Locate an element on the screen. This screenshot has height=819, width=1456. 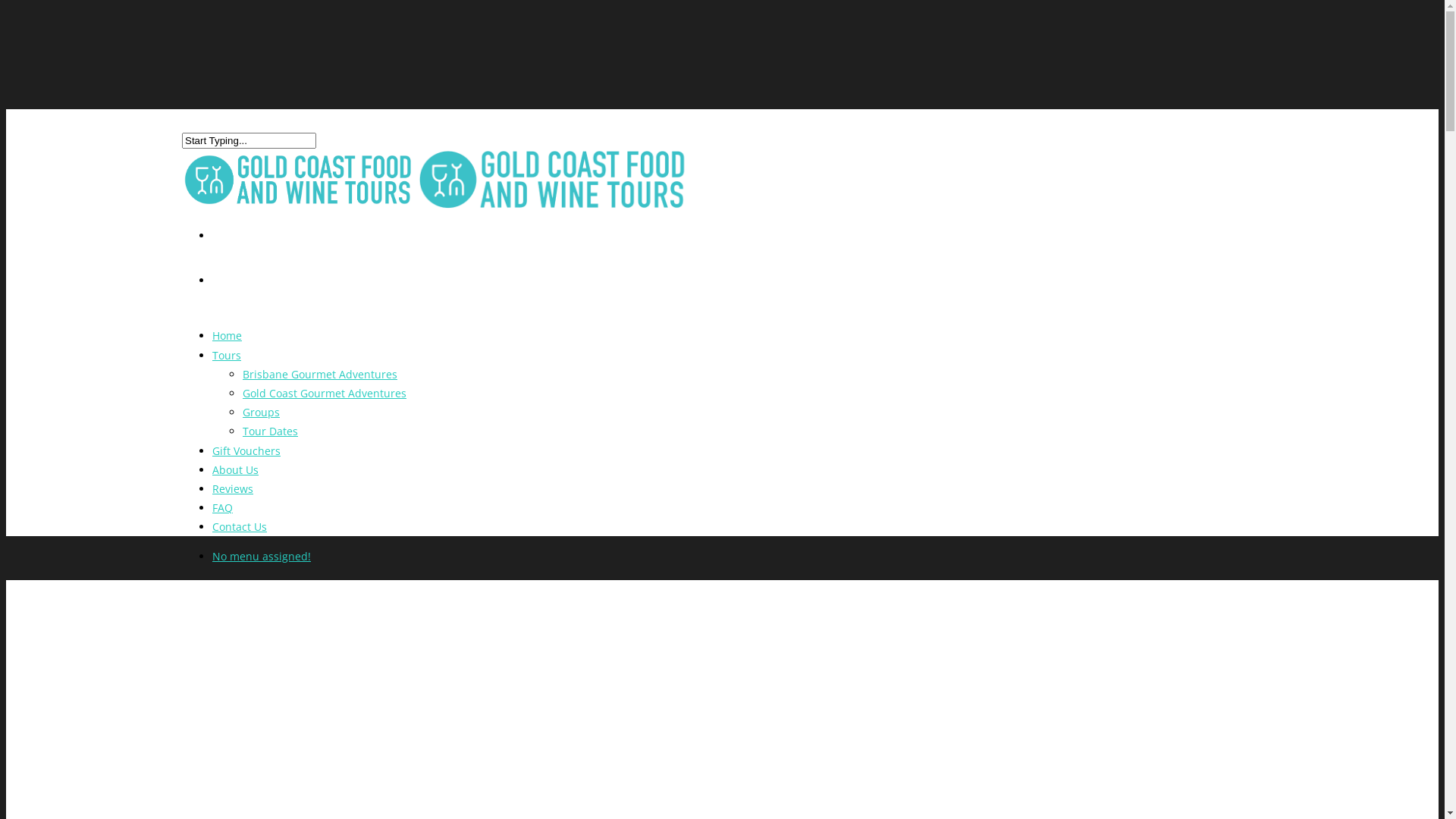
'About Us' is located at coordinates (234, 480).